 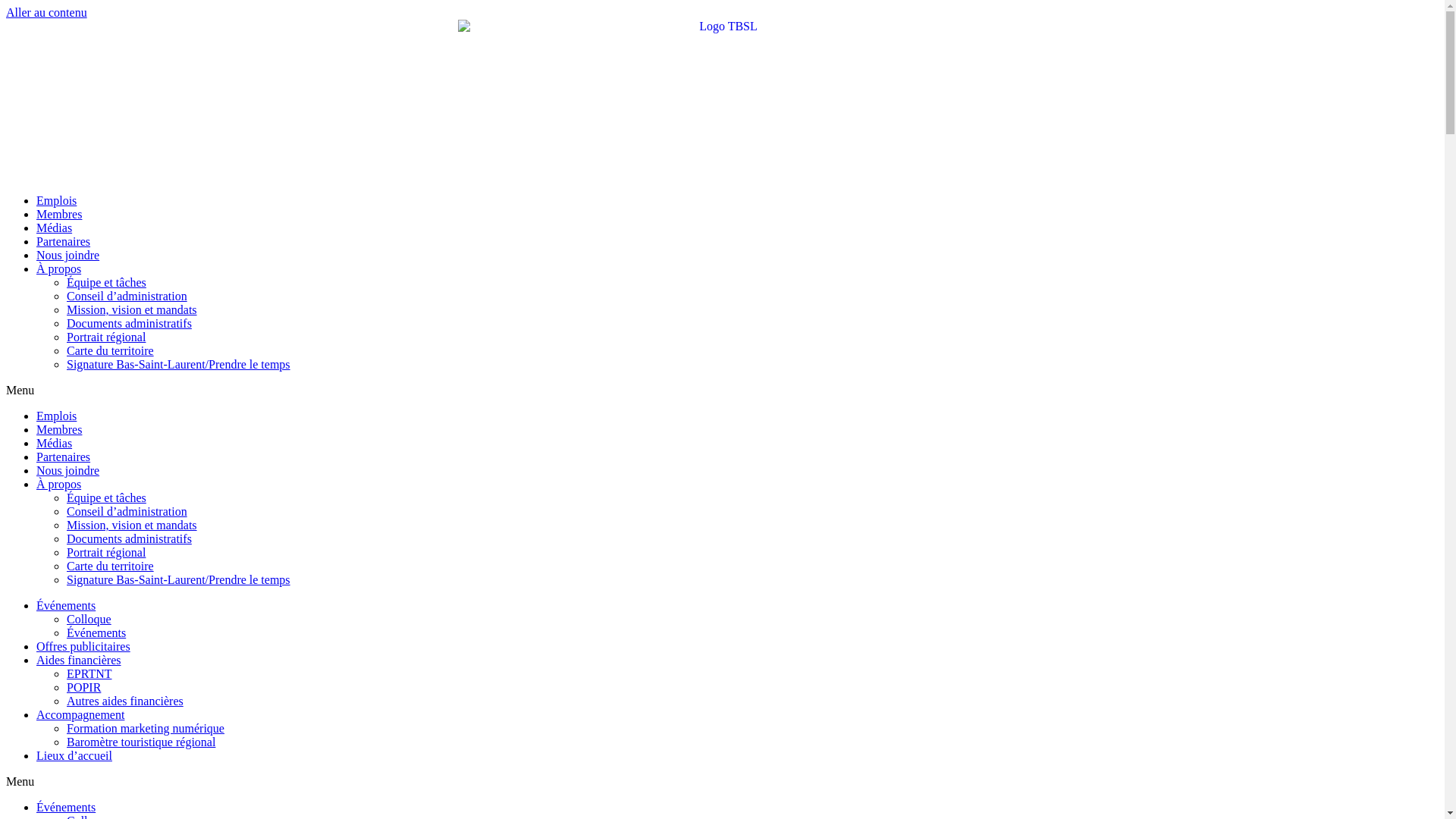 I want to click on 'Nous joindre', so click(x=67, y=254).